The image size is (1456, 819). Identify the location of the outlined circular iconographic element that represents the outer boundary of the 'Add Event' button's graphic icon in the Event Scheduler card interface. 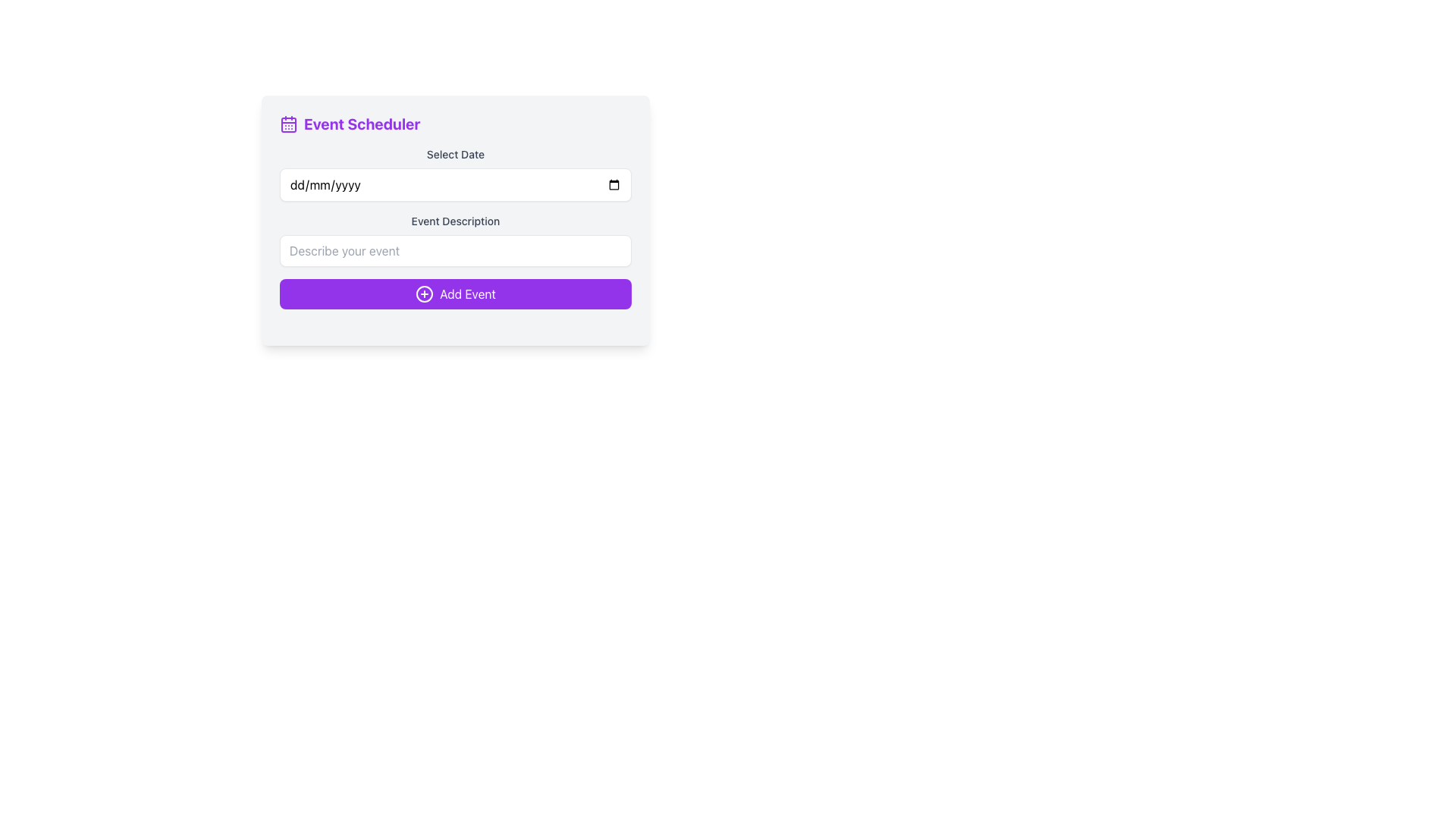
(425, 294).